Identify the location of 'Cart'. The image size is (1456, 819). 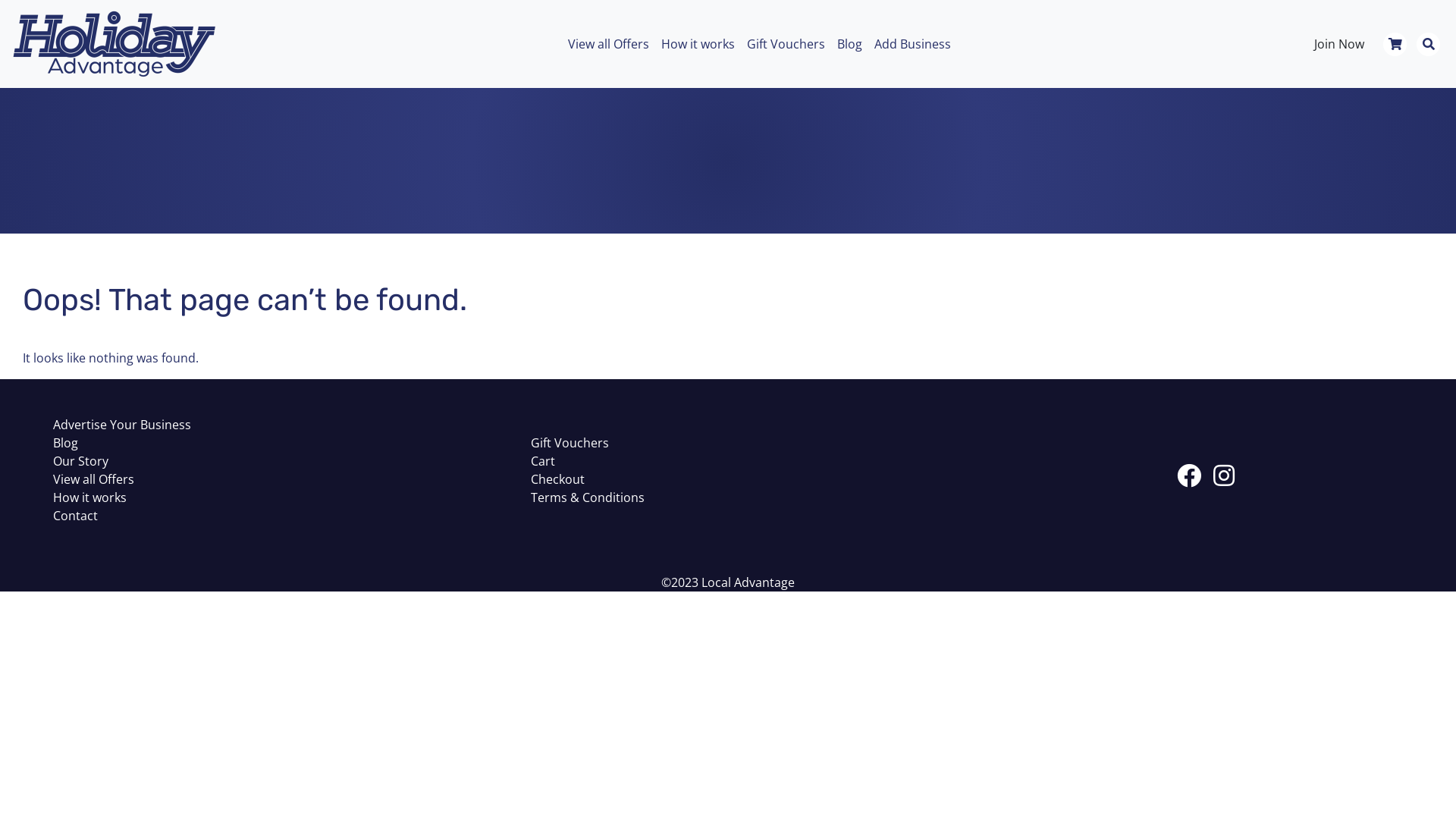
(531, 460).